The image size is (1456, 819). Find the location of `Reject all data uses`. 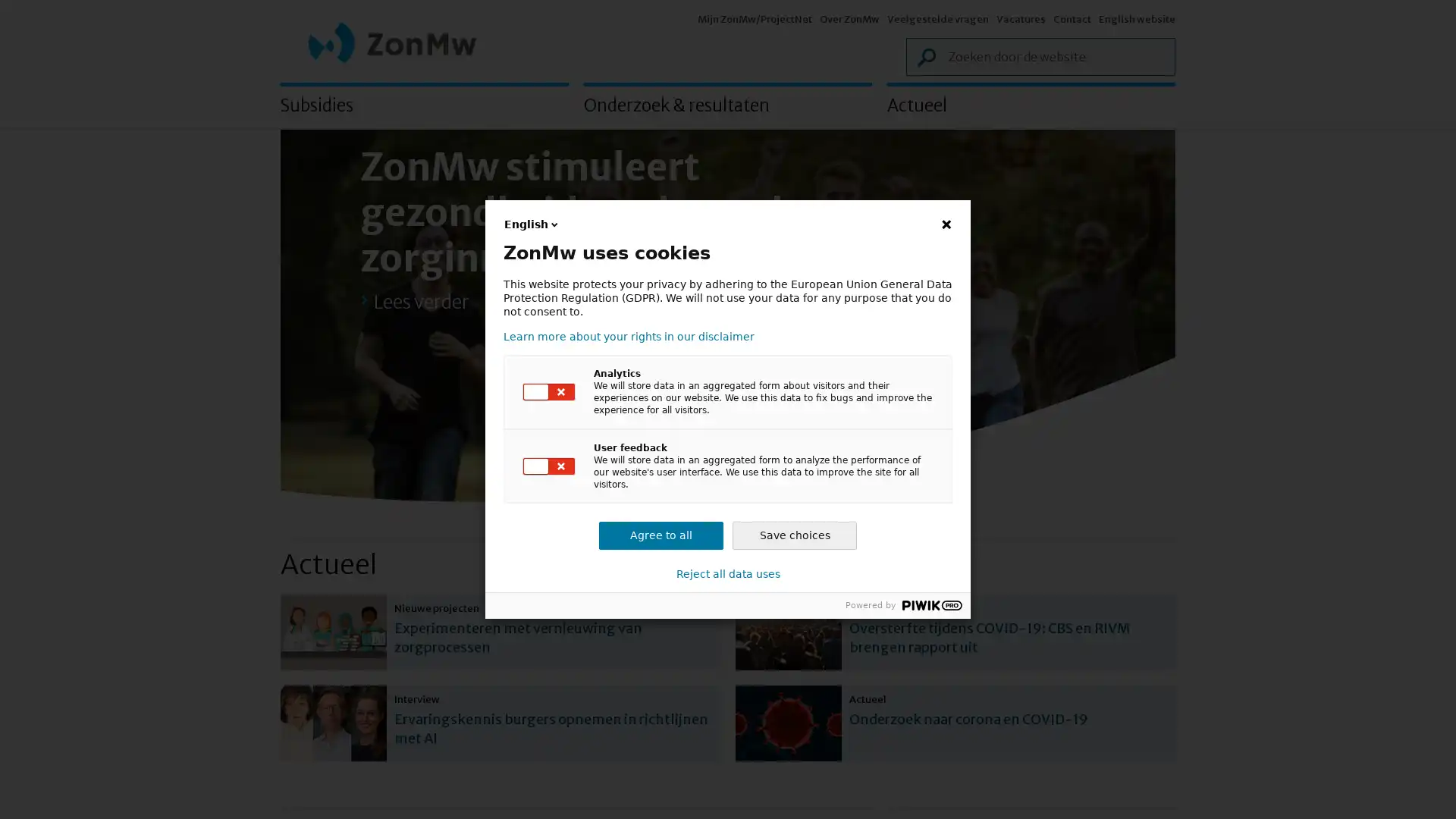

Reject all data uses is located at coordinates (726, 573).